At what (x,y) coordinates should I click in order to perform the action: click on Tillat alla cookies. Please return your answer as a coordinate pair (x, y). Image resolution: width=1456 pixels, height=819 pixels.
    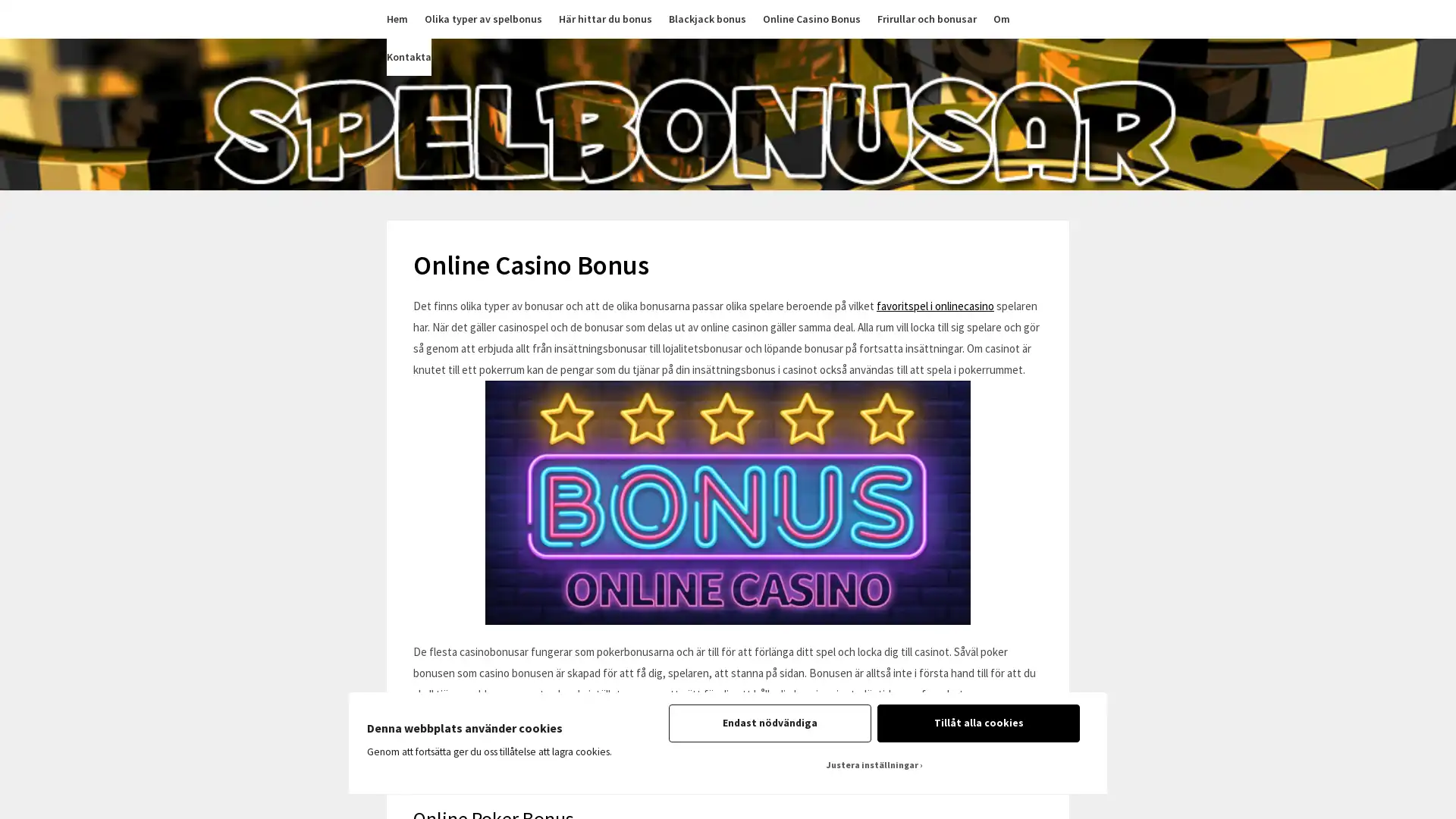
    Looking at the image, I should click on (978, 722).